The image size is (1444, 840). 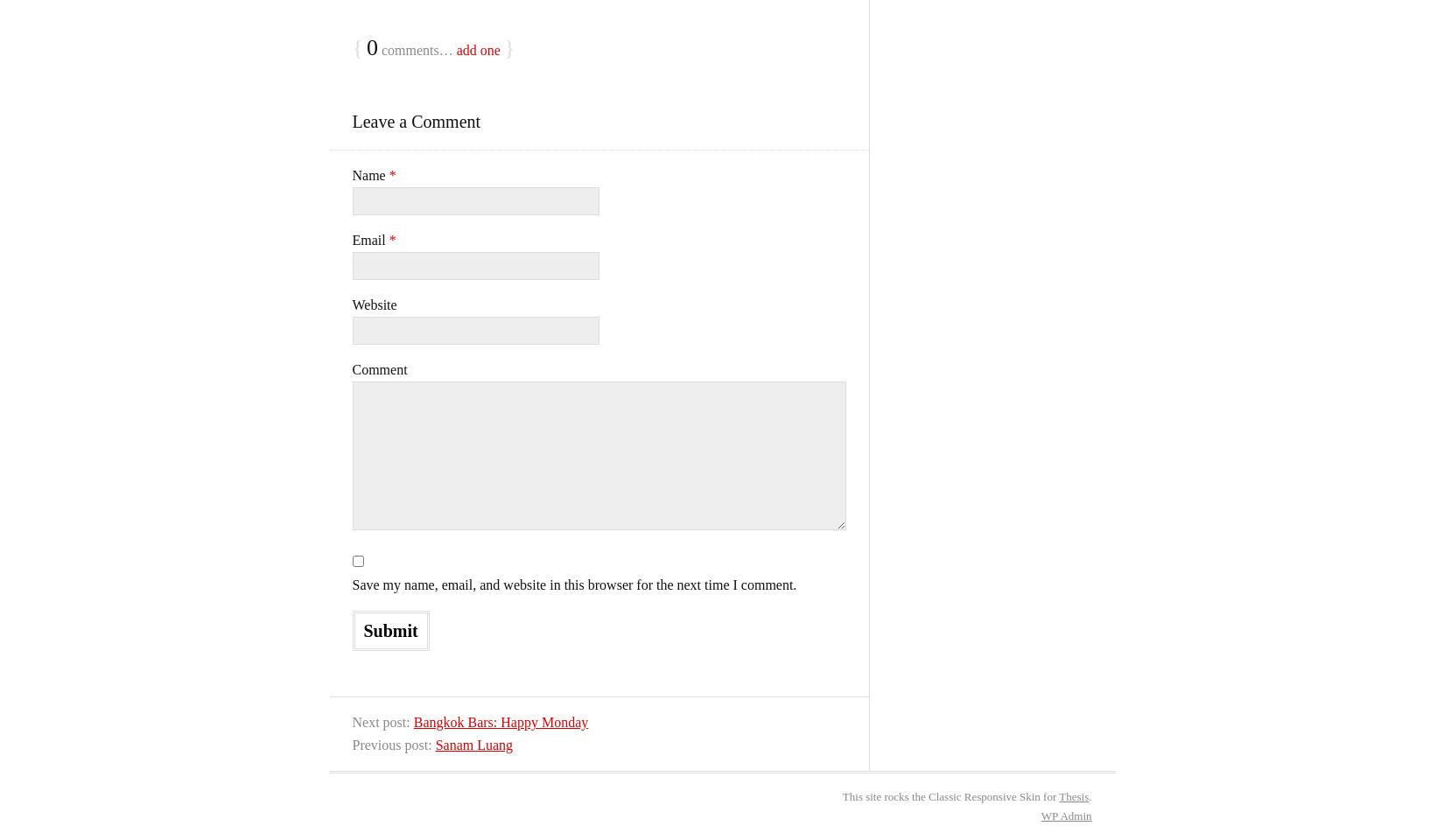 What do you see at coordinates (473, 744) in the screenshot?
I see `'Sanam Luang'` at bounding box center [473, 744].